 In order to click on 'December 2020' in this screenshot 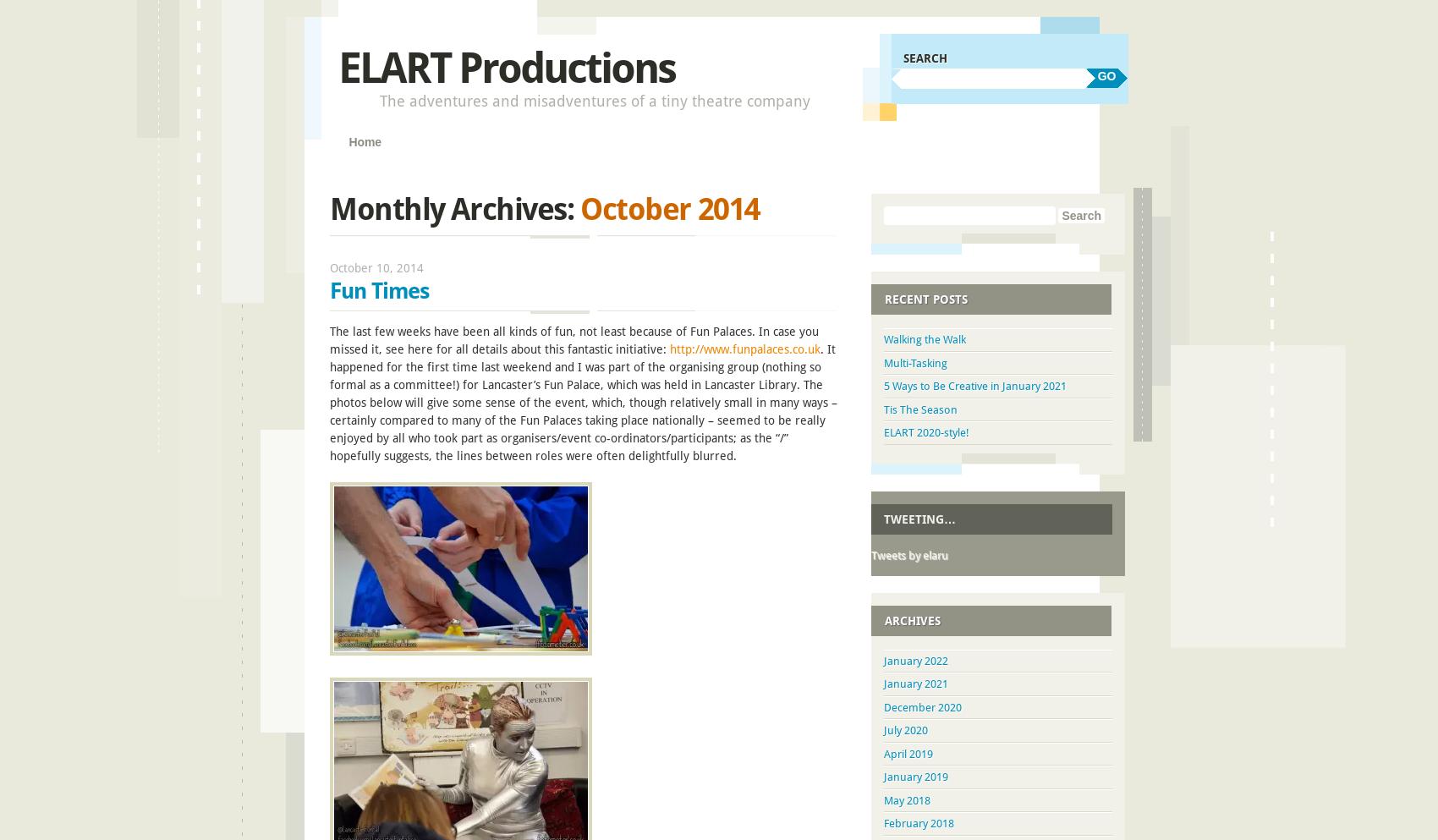, I will do `click(923, 706)`.